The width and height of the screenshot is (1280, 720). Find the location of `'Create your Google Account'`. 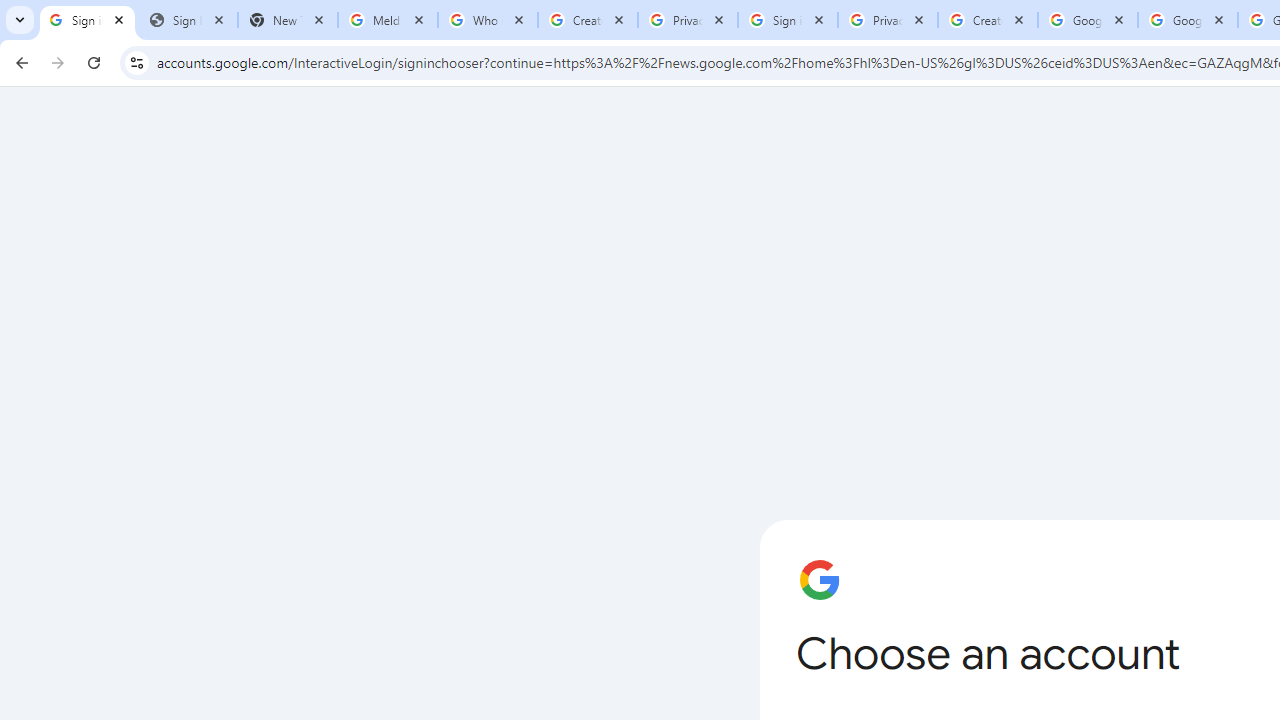

'Create your Google Account' is located at coordinates (988, 20).